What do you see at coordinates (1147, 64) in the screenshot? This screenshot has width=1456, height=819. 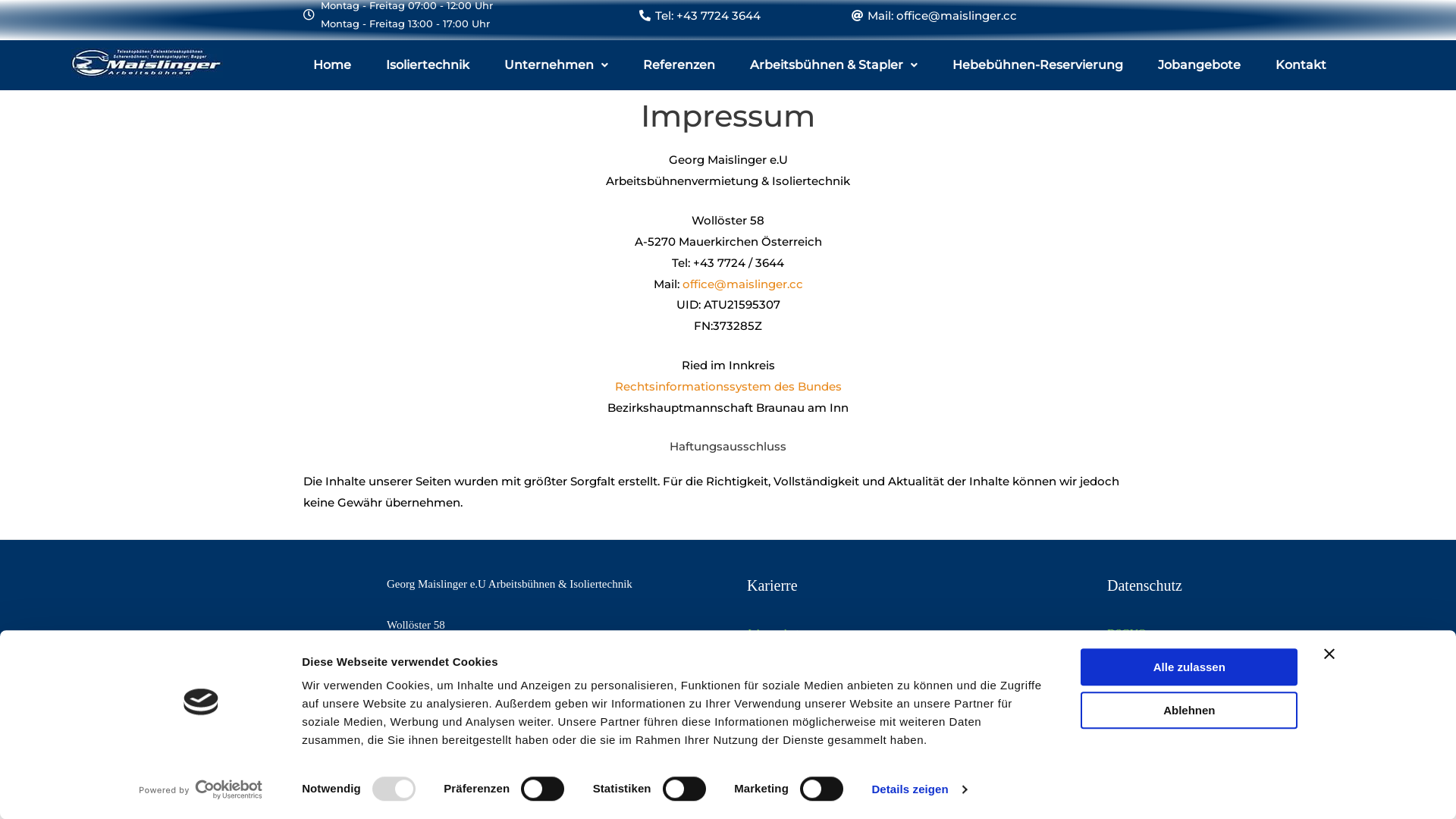 I see `'Jobangebote'` at bounding box center [1147, 64].